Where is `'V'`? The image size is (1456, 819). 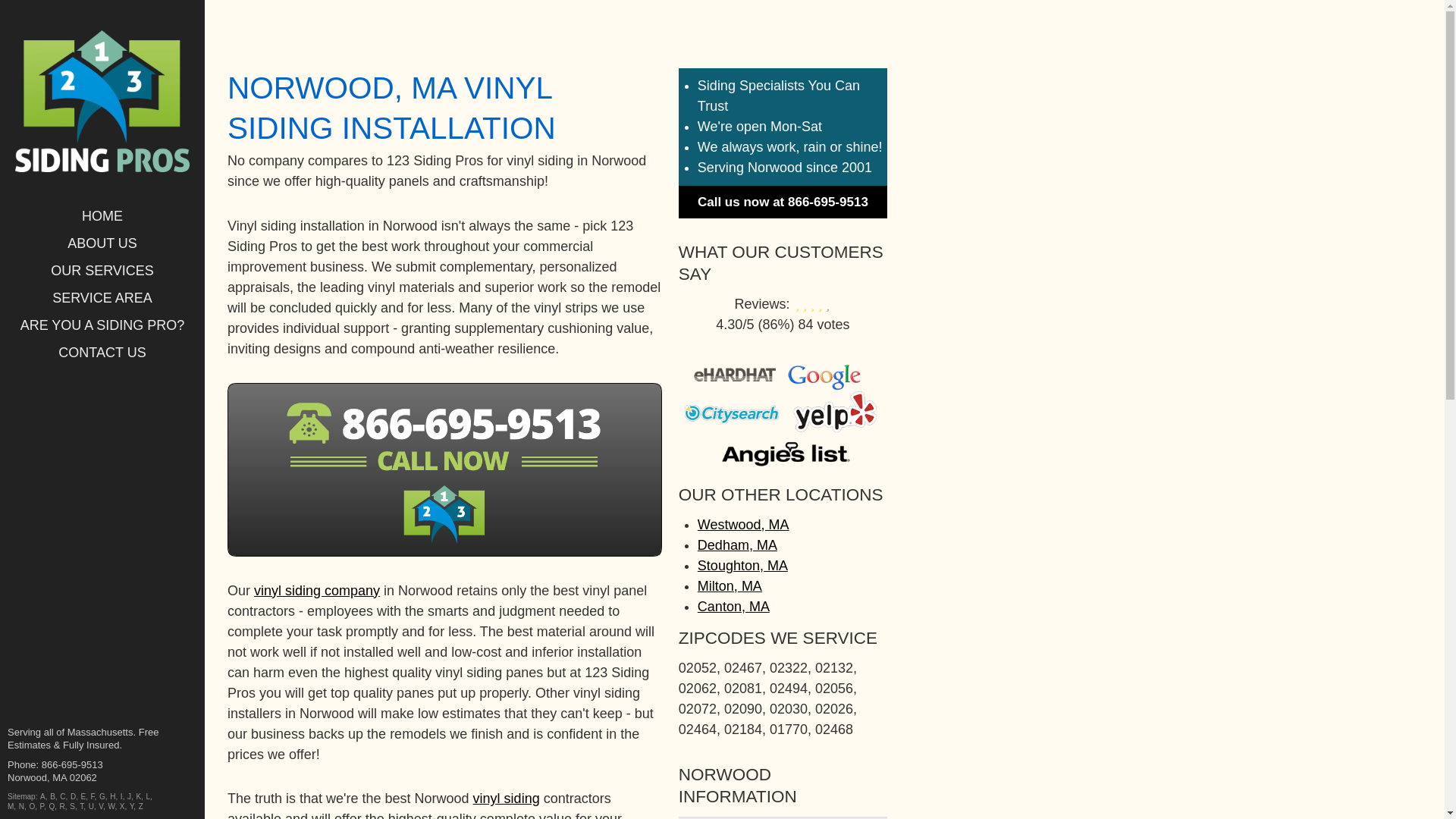 'V' is located at coordinates (100, 805).